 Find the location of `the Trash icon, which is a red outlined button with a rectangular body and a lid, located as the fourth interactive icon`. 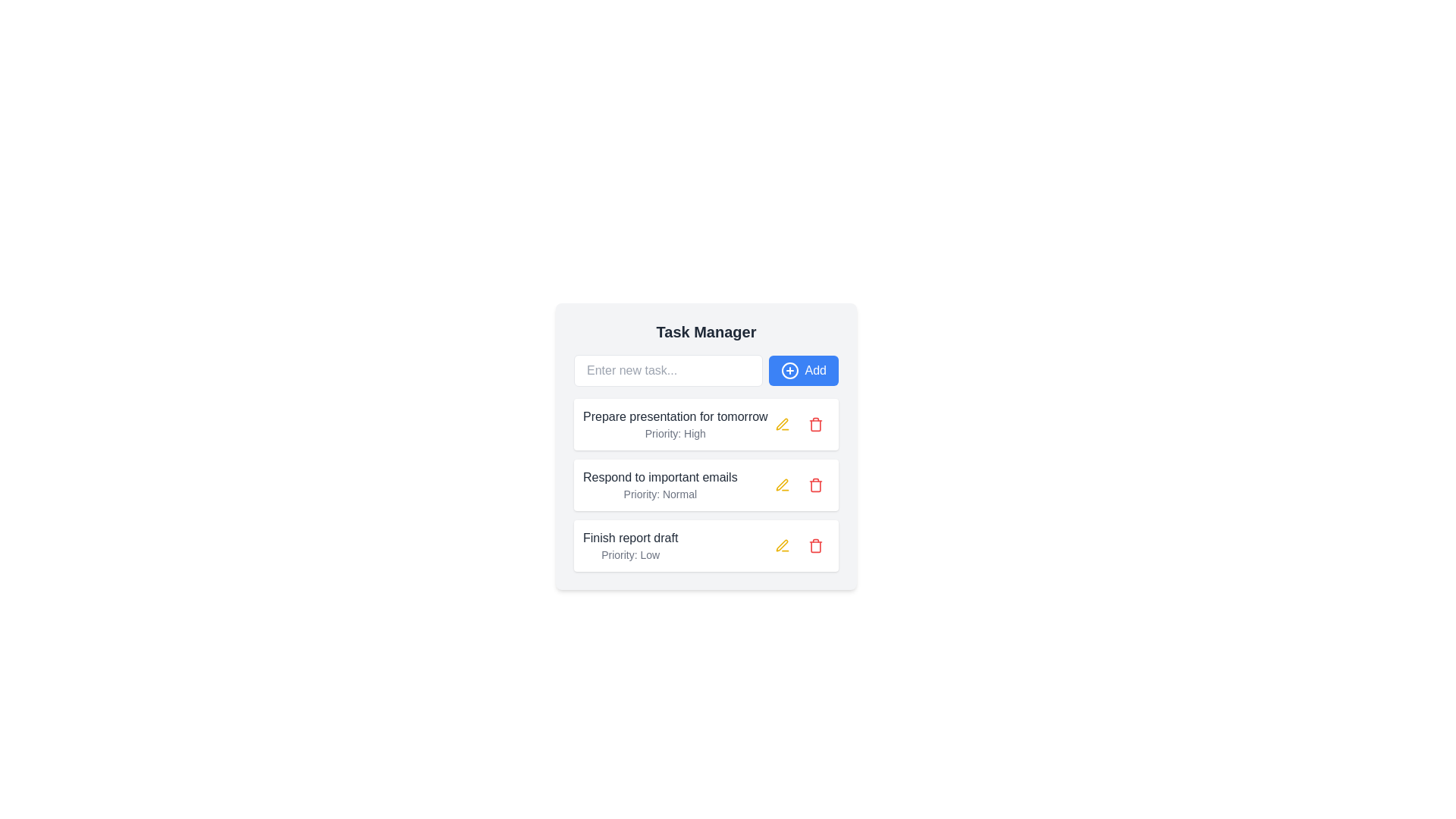

the Trash icon, which is a red outlined button with a rectangular body and a lid, located as the fourth interactive icon is located at coordinates (814, 485).